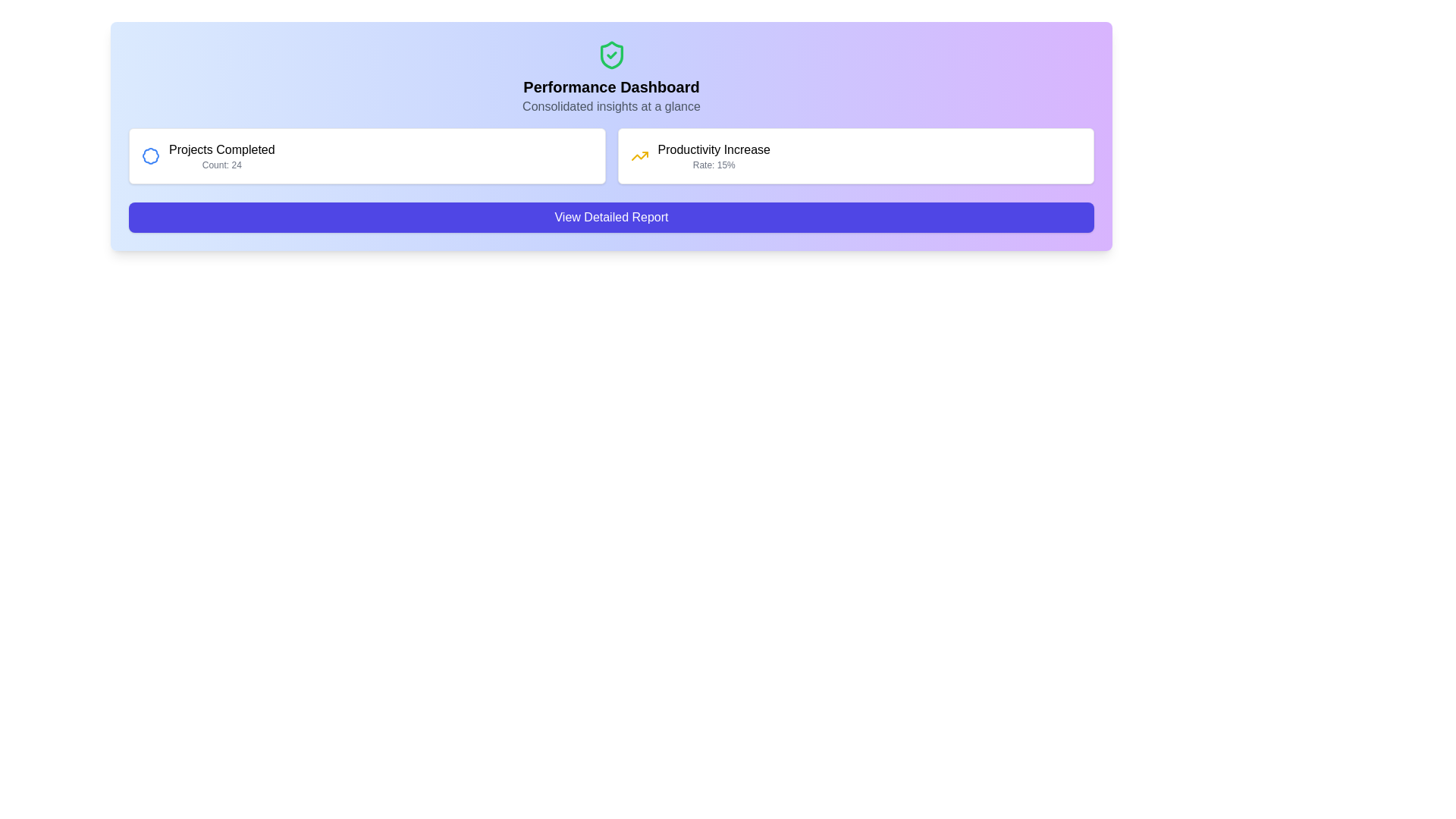 Image resolution: width=1456 pixels, height=819 pixels. Describe the element at coordinates (713, 149) in the screenshot. I see `text label displaying 'Productivity Increase' located on the right-hand section of the dashboard, above the text 'Rate: 15%'` at that location.